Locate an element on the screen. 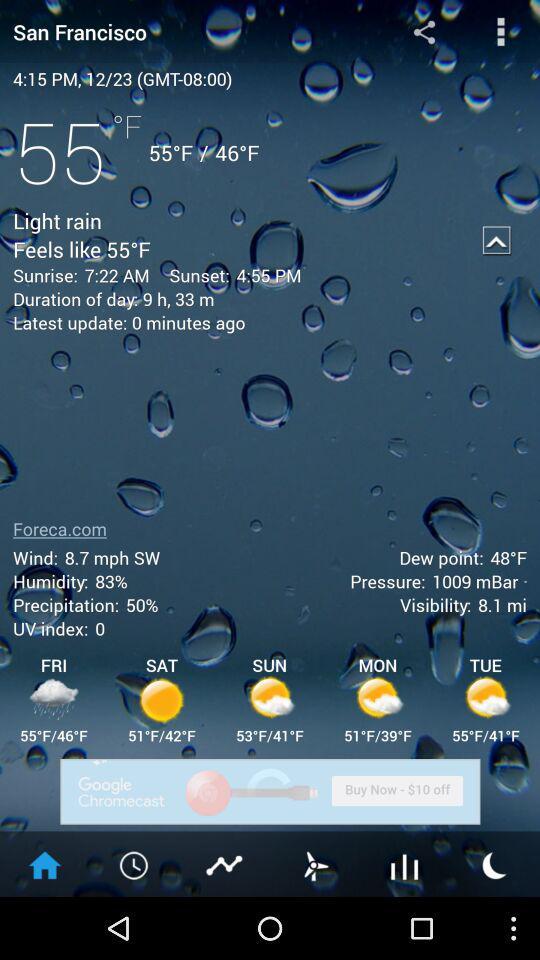 The image size is (540, 960). buy now is located at coordinates (270, 791).